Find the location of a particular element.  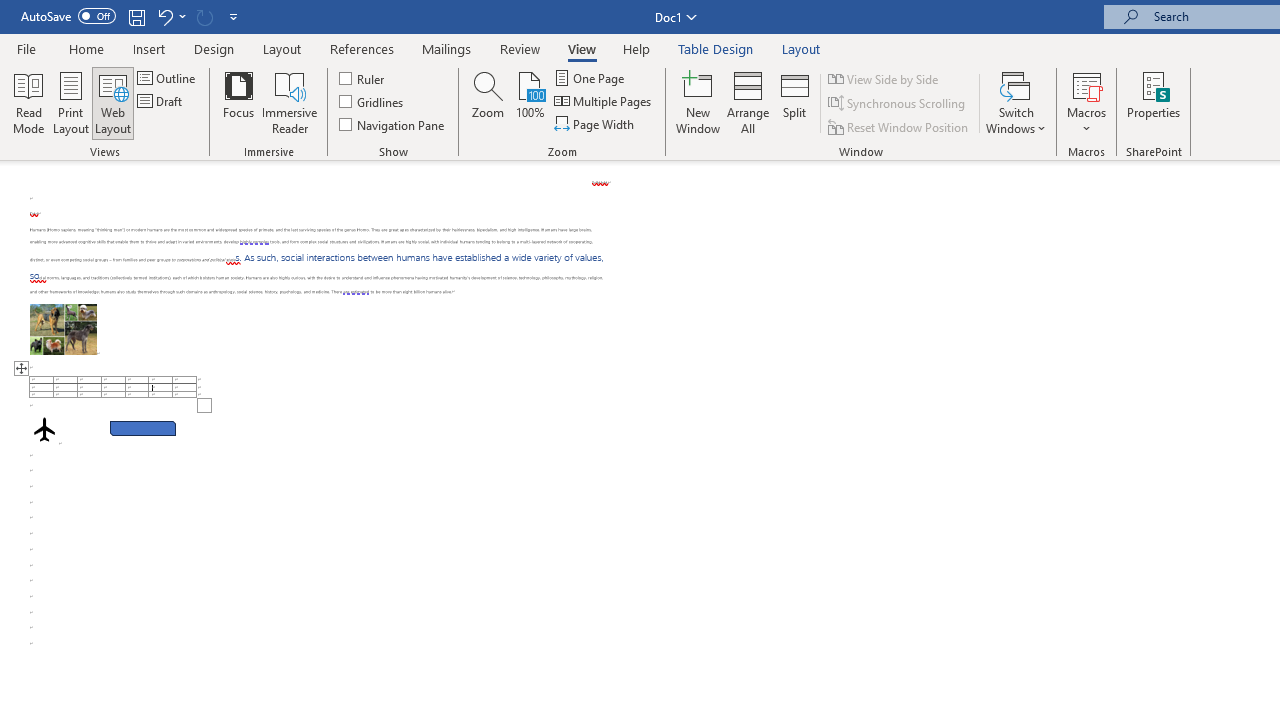

'Home' is located at coordinates (85, 48).